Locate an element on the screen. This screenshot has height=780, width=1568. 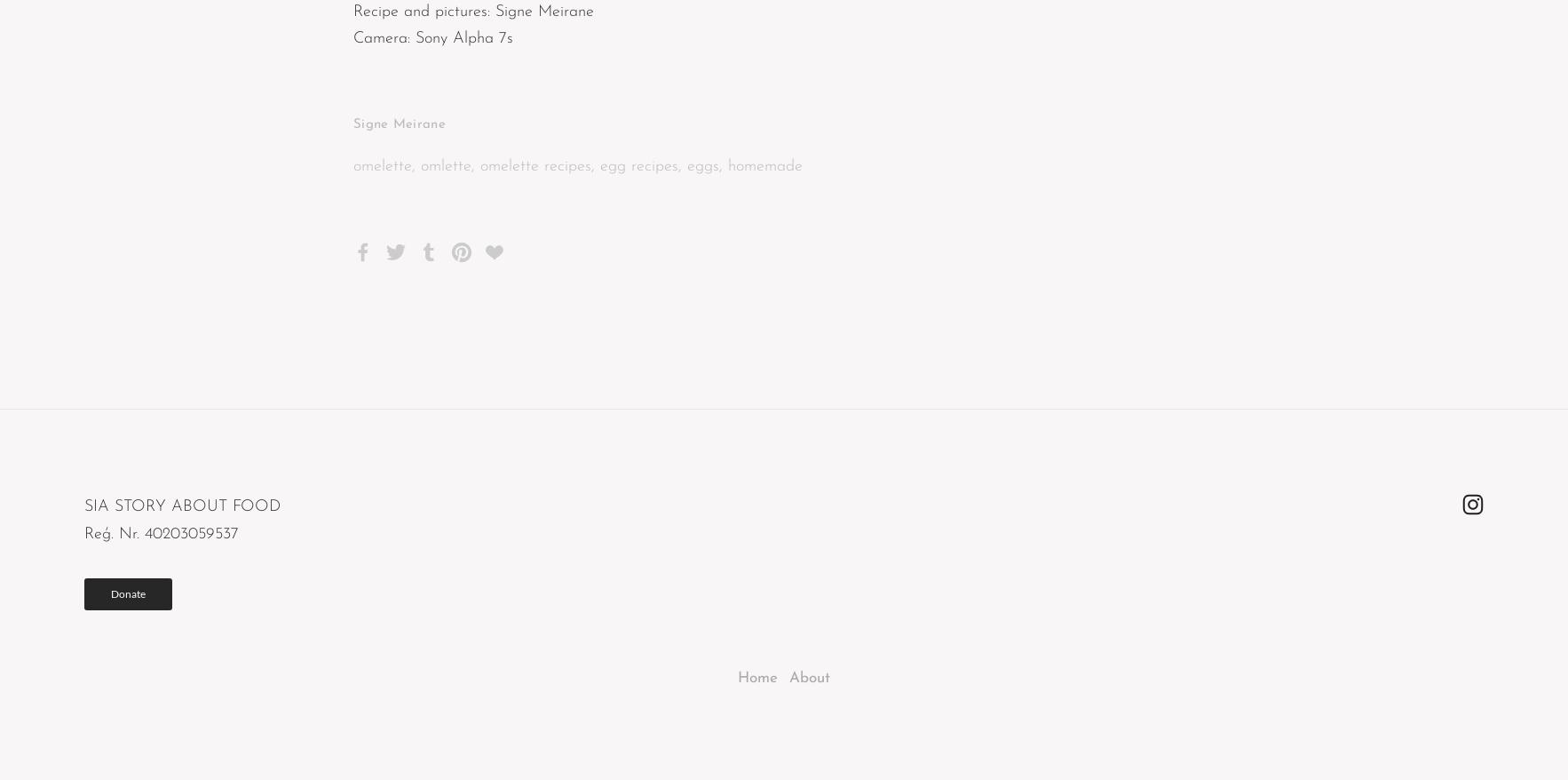
'Home' is located at coordinates (756, 677).